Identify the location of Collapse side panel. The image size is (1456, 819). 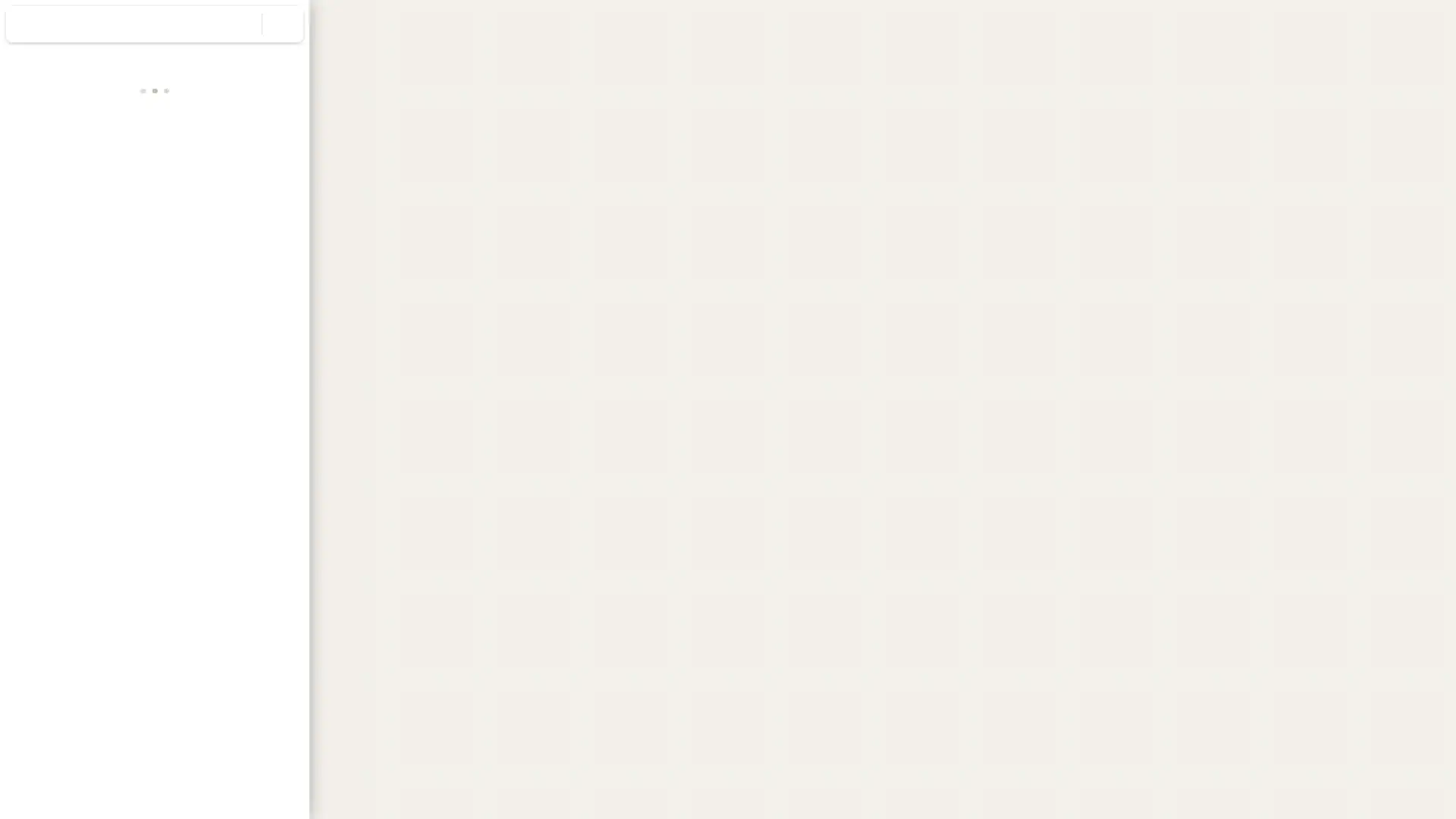
(317, 409).